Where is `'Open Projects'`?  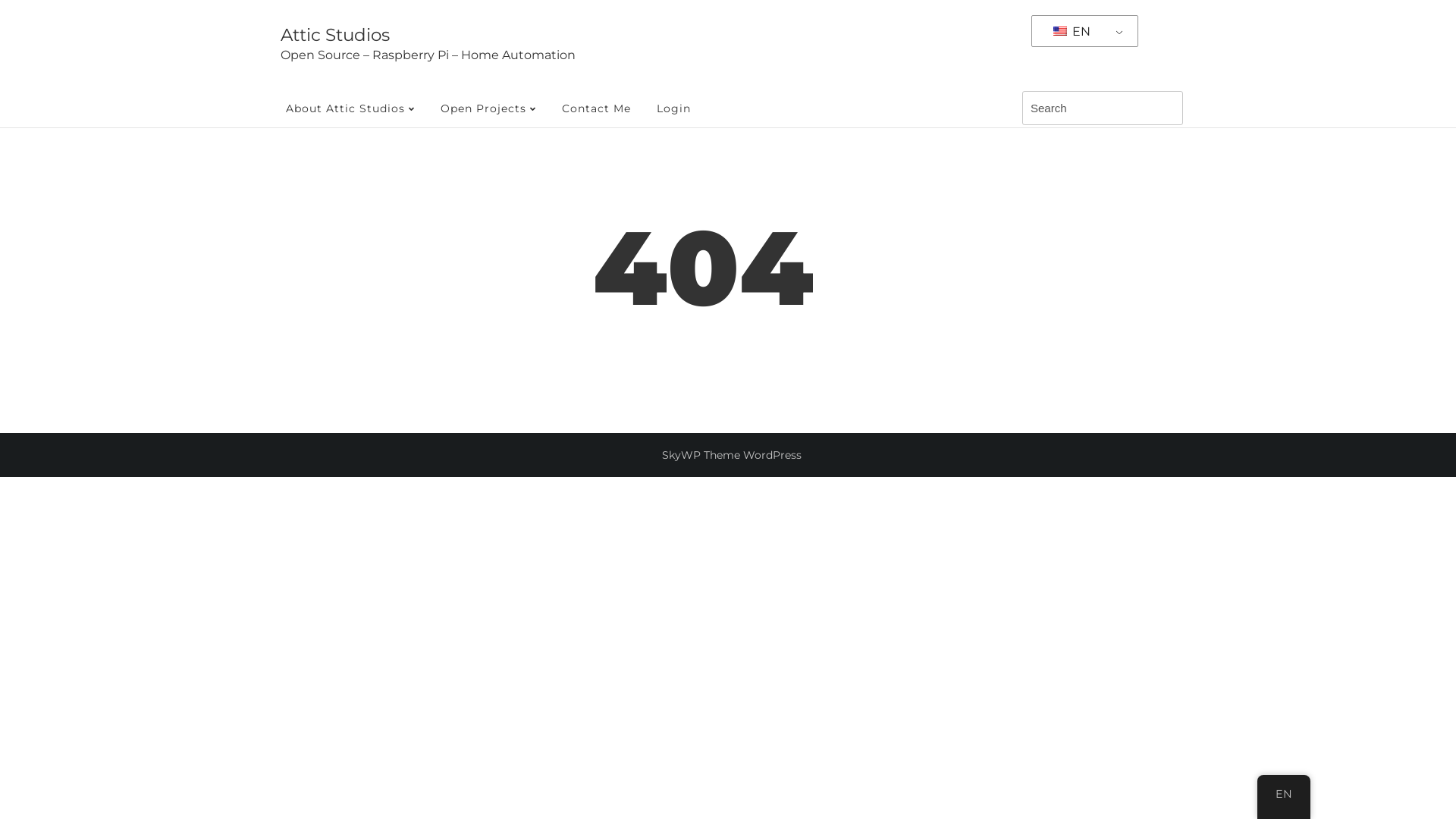
'Open Projects' is located at coordinates (488, 107).